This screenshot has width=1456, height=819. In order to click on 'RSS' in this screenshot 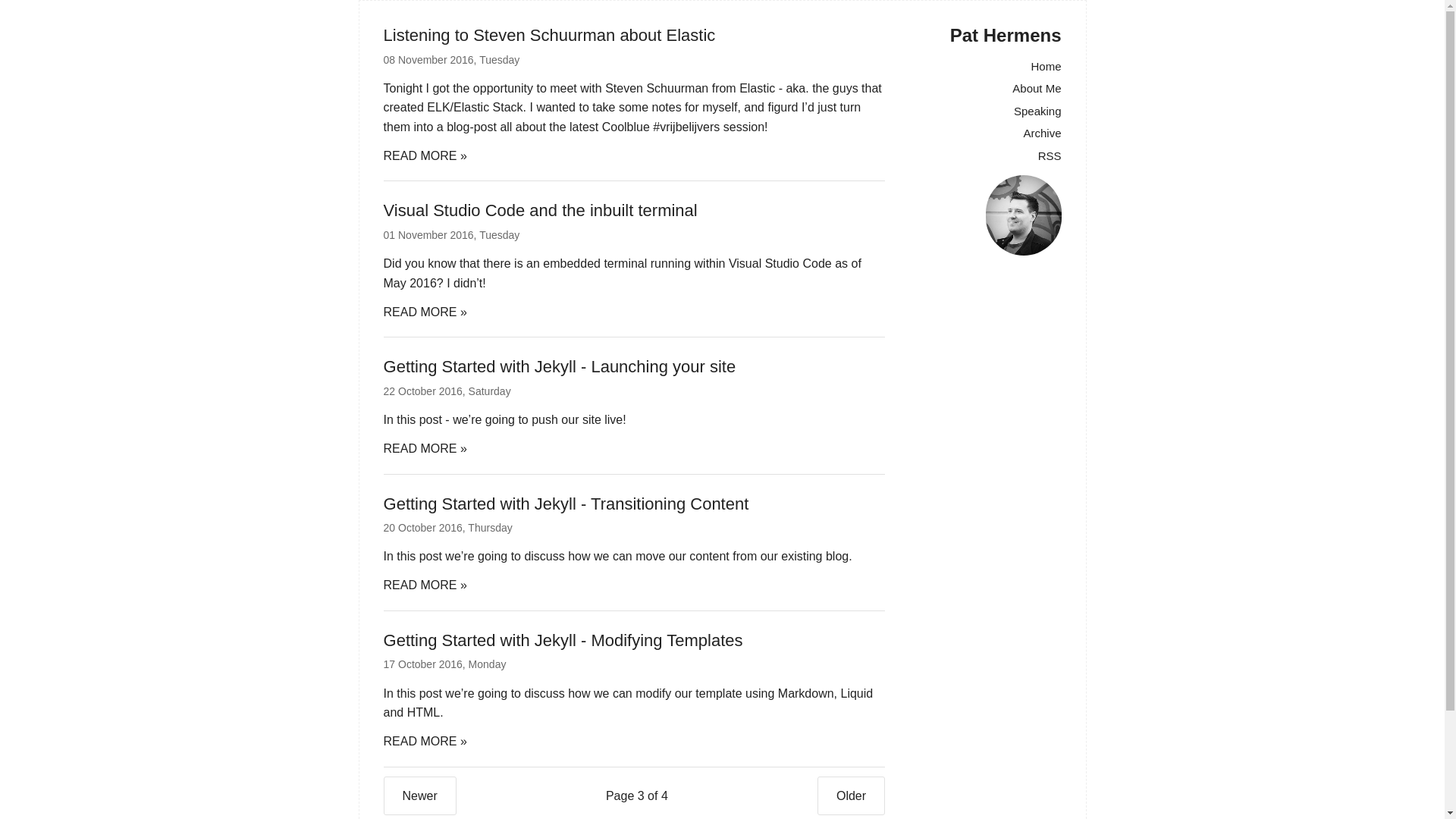, I will do `click(1049, 155)`.